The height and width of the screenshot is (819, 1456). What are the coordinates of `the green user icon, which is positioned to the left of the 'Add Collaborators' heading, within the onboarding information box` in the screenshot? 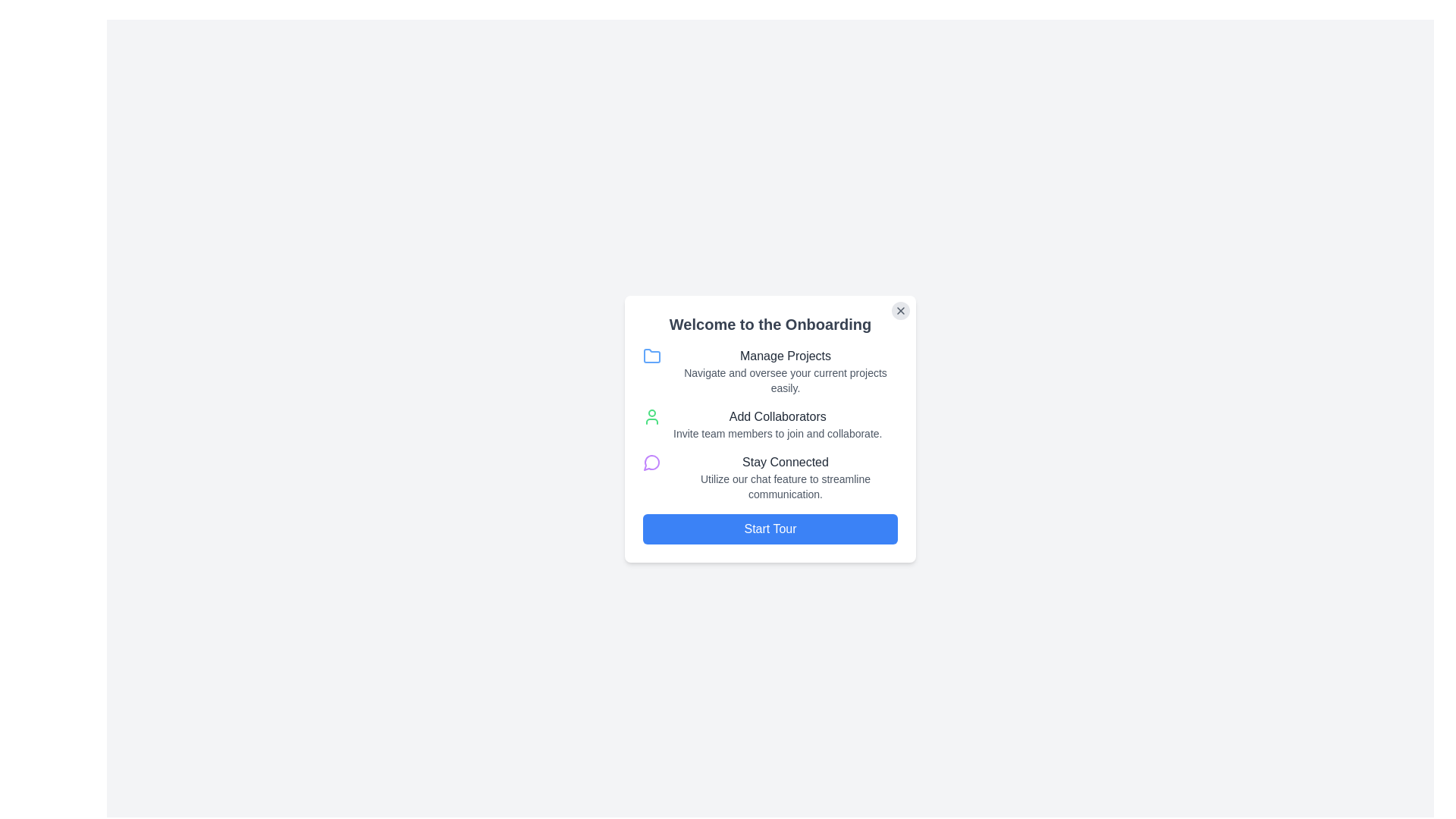 It's located at (651, 417).